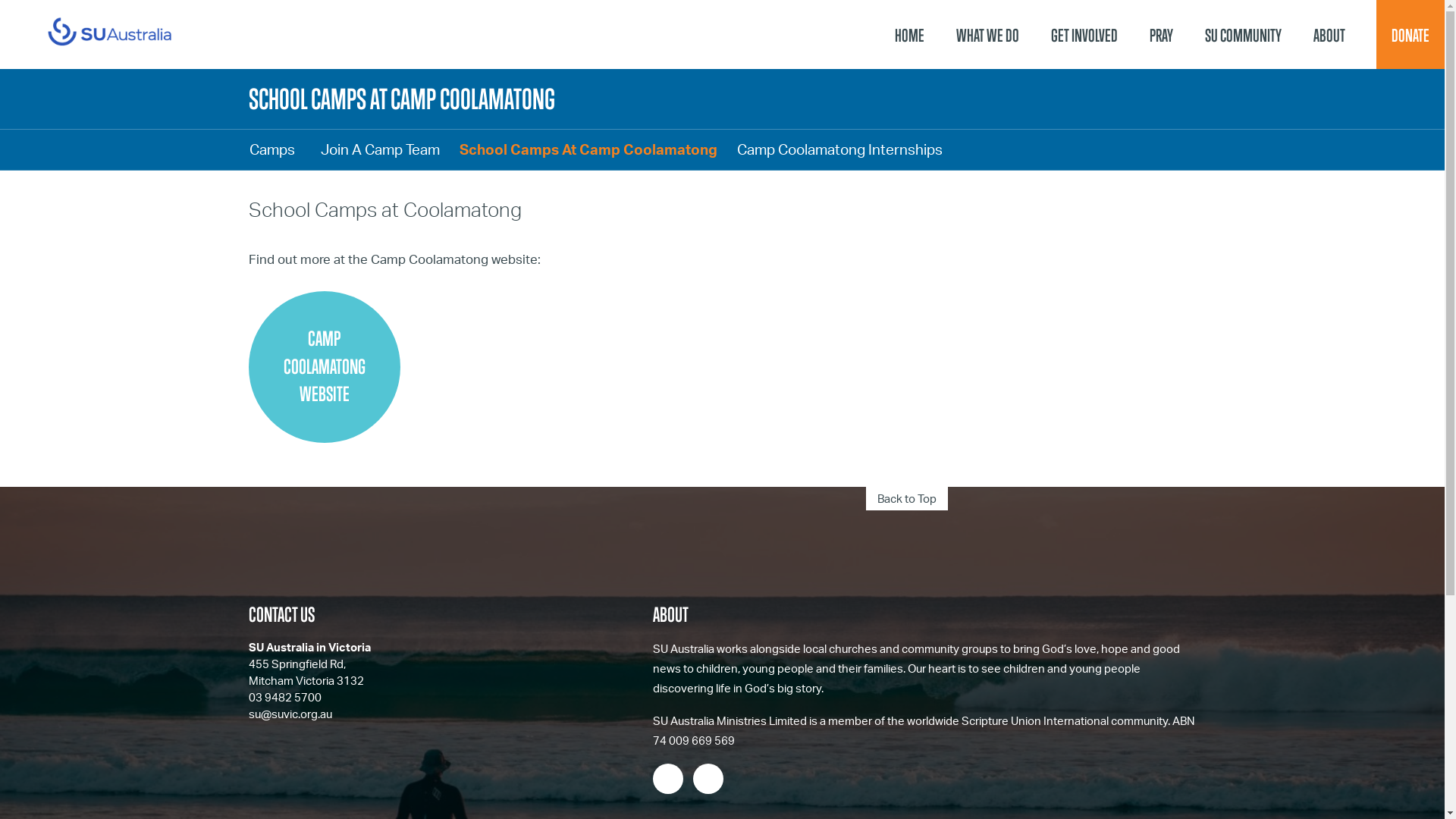  What do you see at coordinates (1084, 34) in the screenshot?
I see `'GET INVOLVED'` at bounding box center [1084, 34].